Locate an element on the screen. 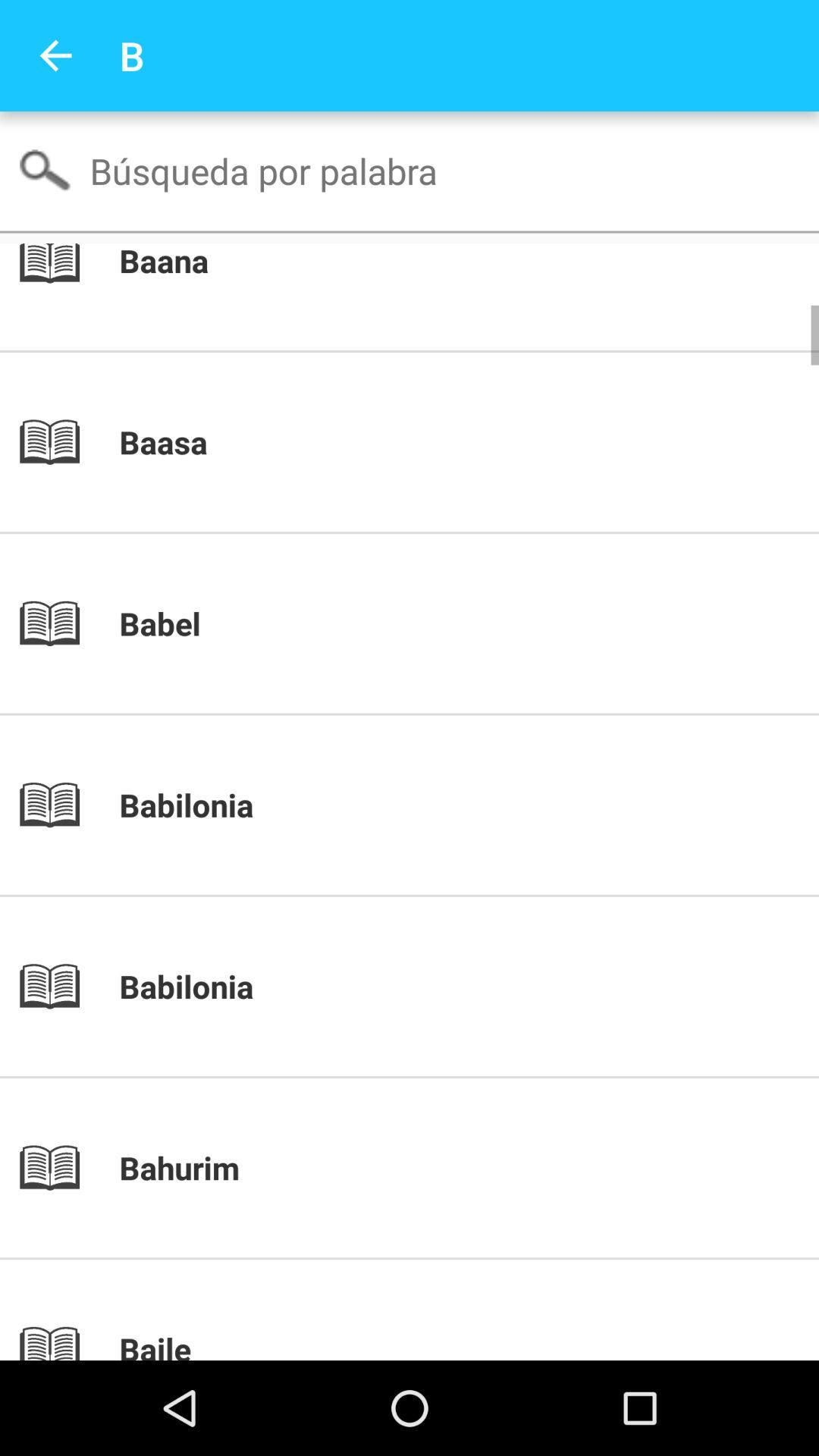 The height and width of the screenshot is (1456, 819). bahurim icon is located at coordinates (435, 1167).